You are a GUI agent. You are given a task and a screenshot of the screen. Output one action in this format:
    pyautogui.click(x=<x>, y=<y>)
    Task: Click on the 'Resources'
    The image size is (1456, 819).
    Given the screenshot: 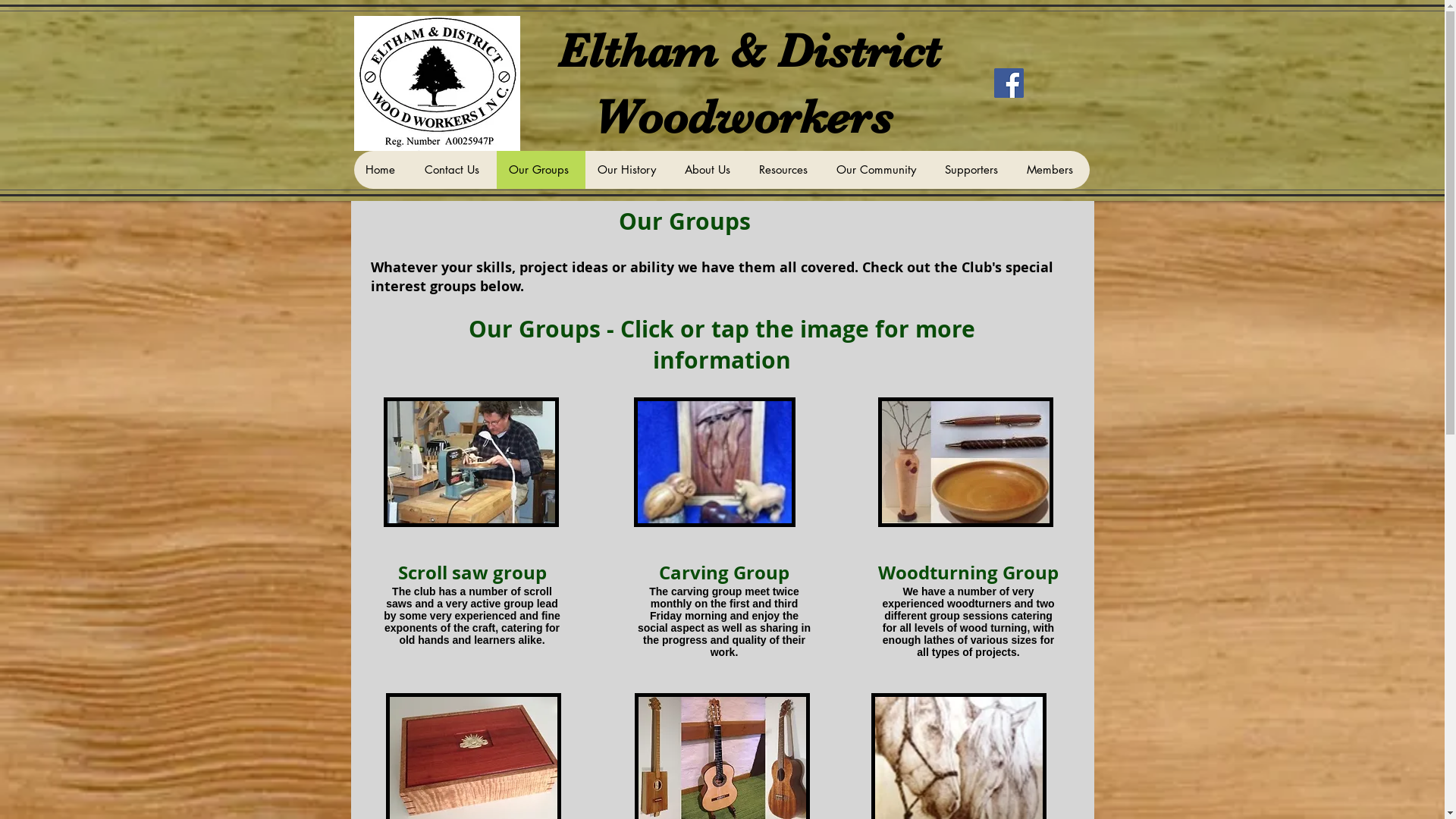 What is the action you would take?
    pyautogui.click(x=785, y=169)
    